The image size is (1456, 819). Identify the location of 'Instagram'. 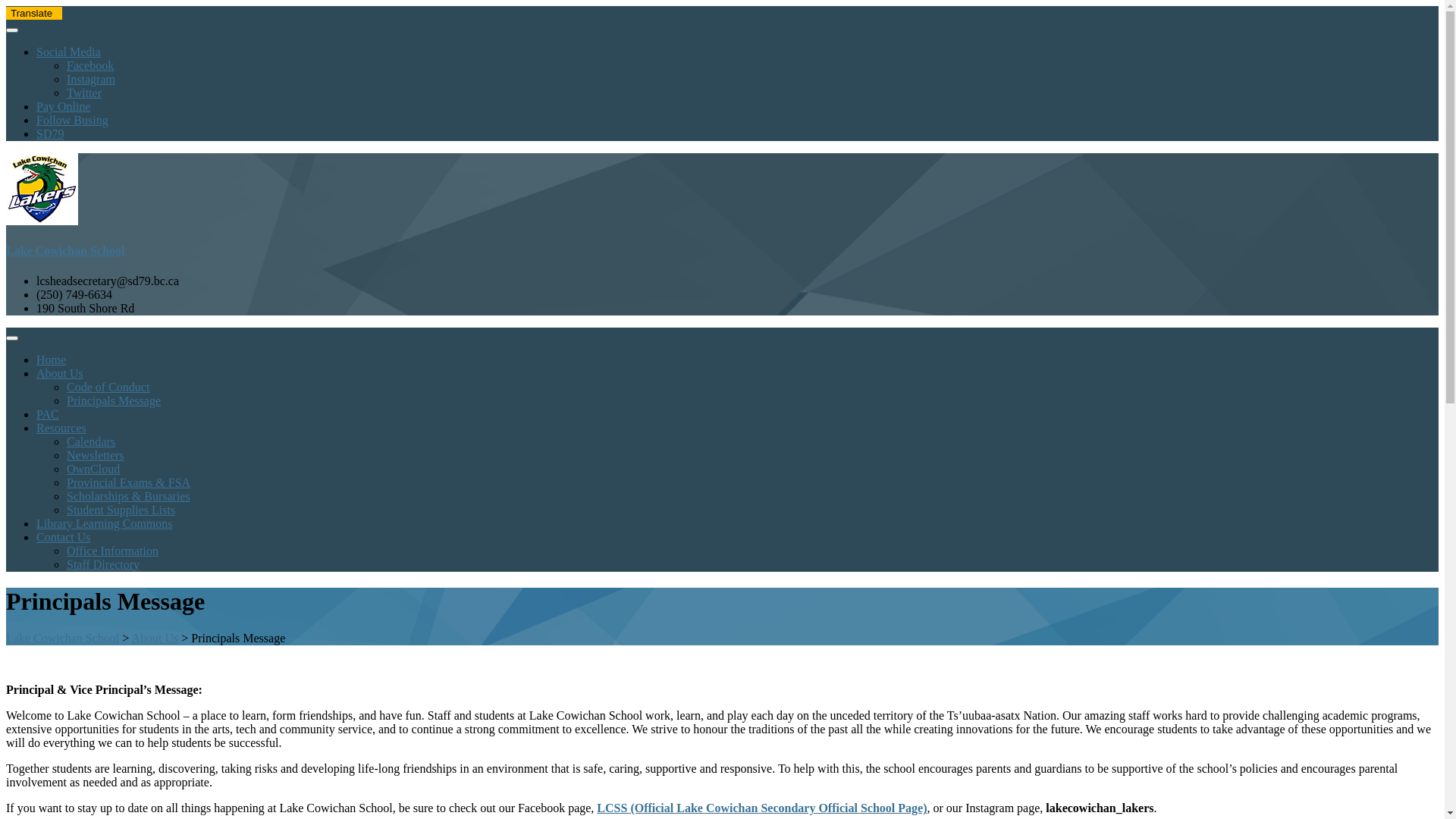
(90, 79).